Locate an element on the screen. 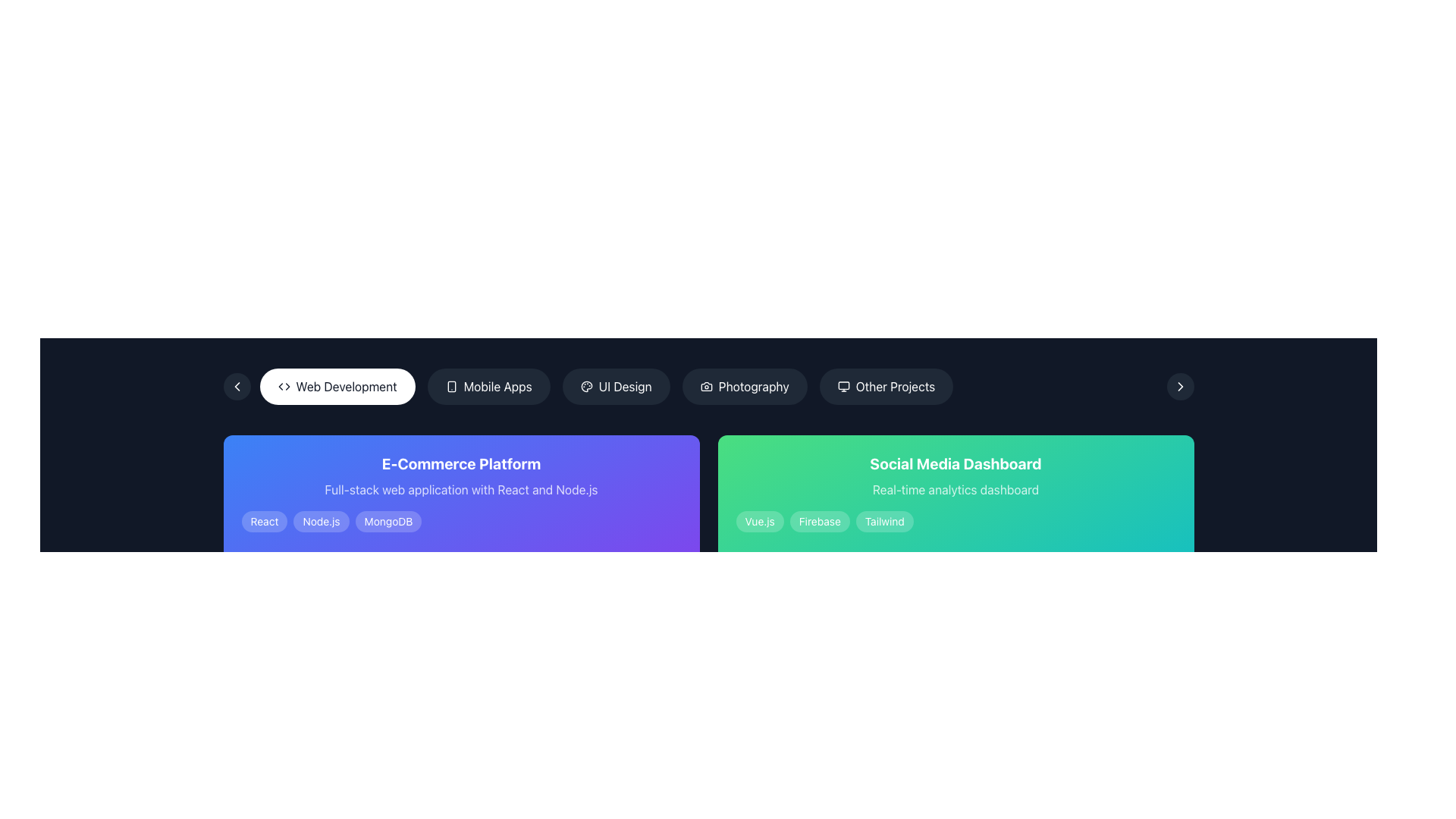 Image resolution: width=1456 pixels, height=819 pixels. descriptive text that contains 'Full-stack web application with React and Node.js,' which is styled in a light white-to-gray font and located in a purple box beneath the header 'E-Commerce Platform.' is located at coordinates (460, 489).